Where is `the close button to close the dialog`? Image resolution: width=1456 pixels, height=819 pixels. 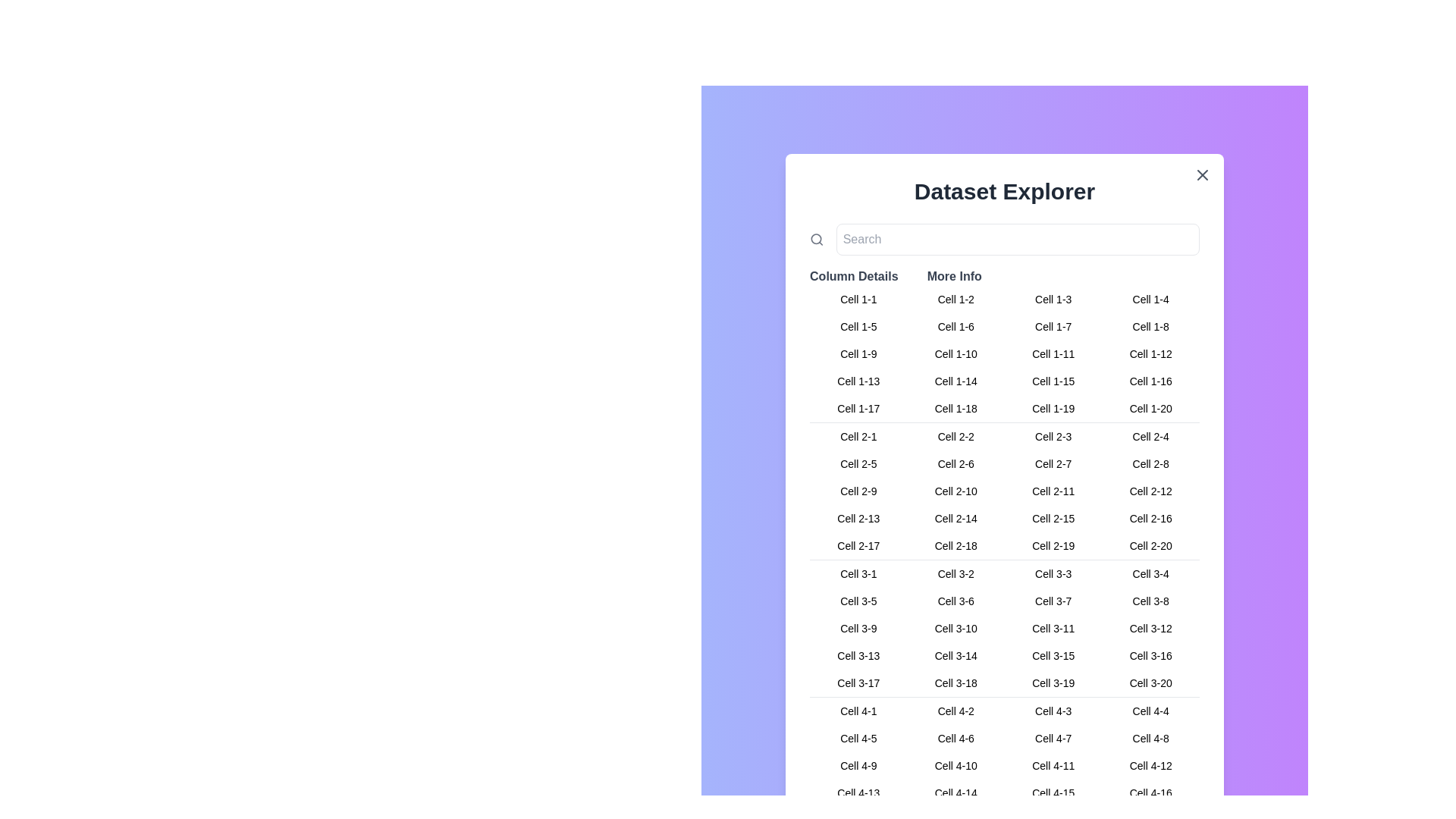
the close button to close the dialog is located at coordinates (1201, 174).